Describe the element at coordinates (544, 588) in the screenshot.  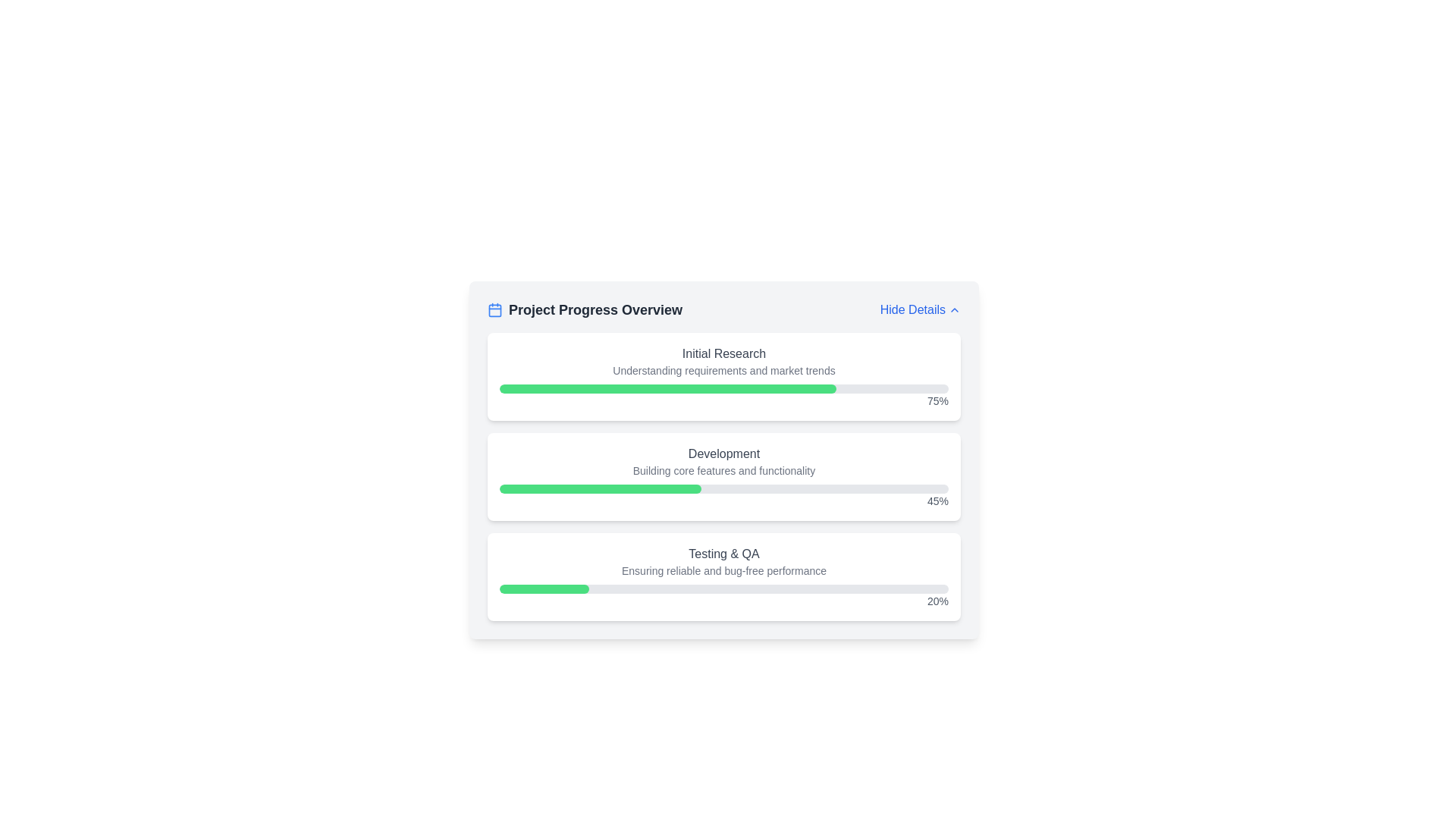
I see `the green-filled portion of the progress bar in the 'Testing & QA' section, which occupies 20% of its surrounding gray bar` at that location.